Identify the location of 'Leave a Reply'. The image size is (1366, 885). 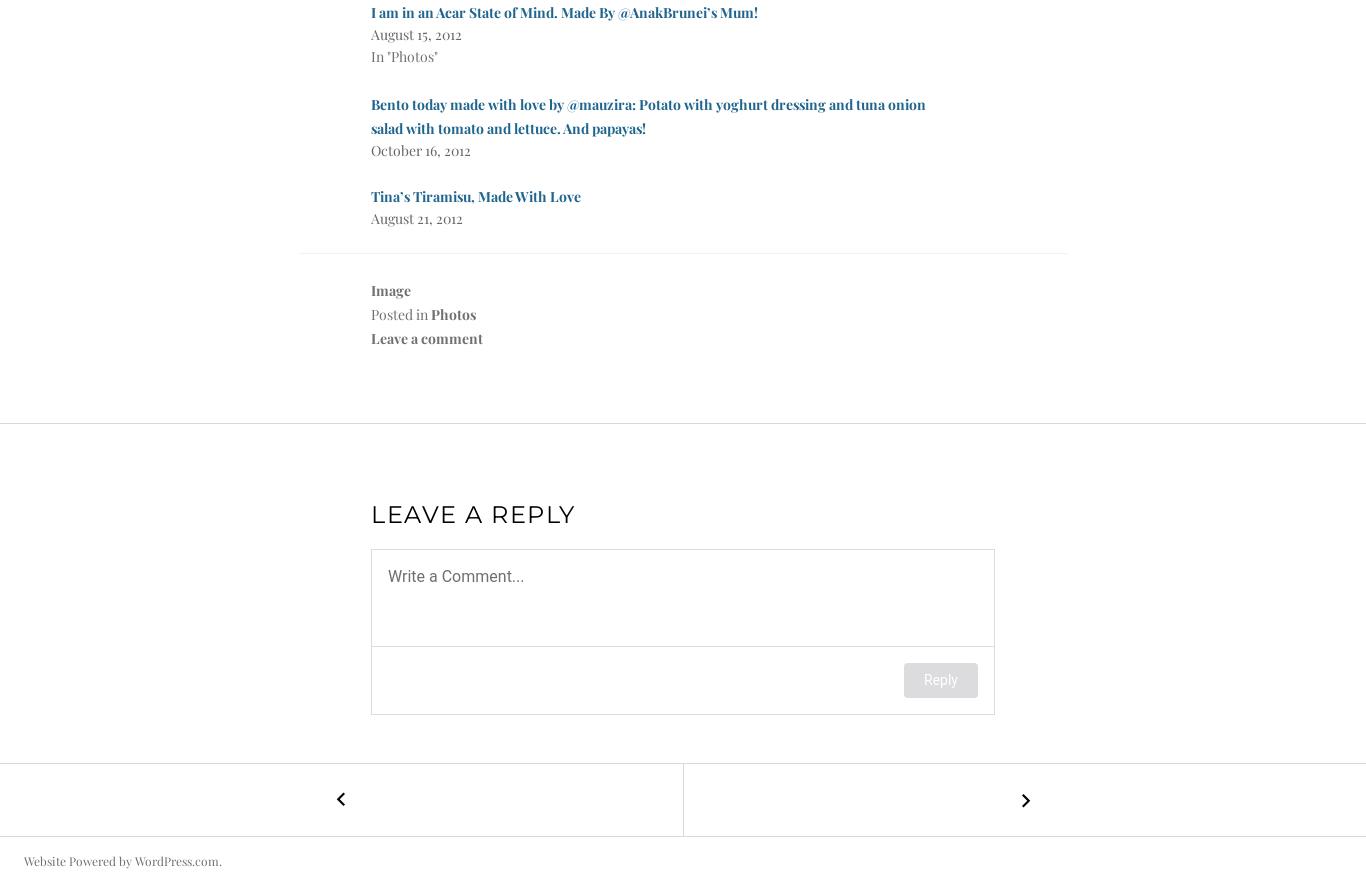
(473, 514).